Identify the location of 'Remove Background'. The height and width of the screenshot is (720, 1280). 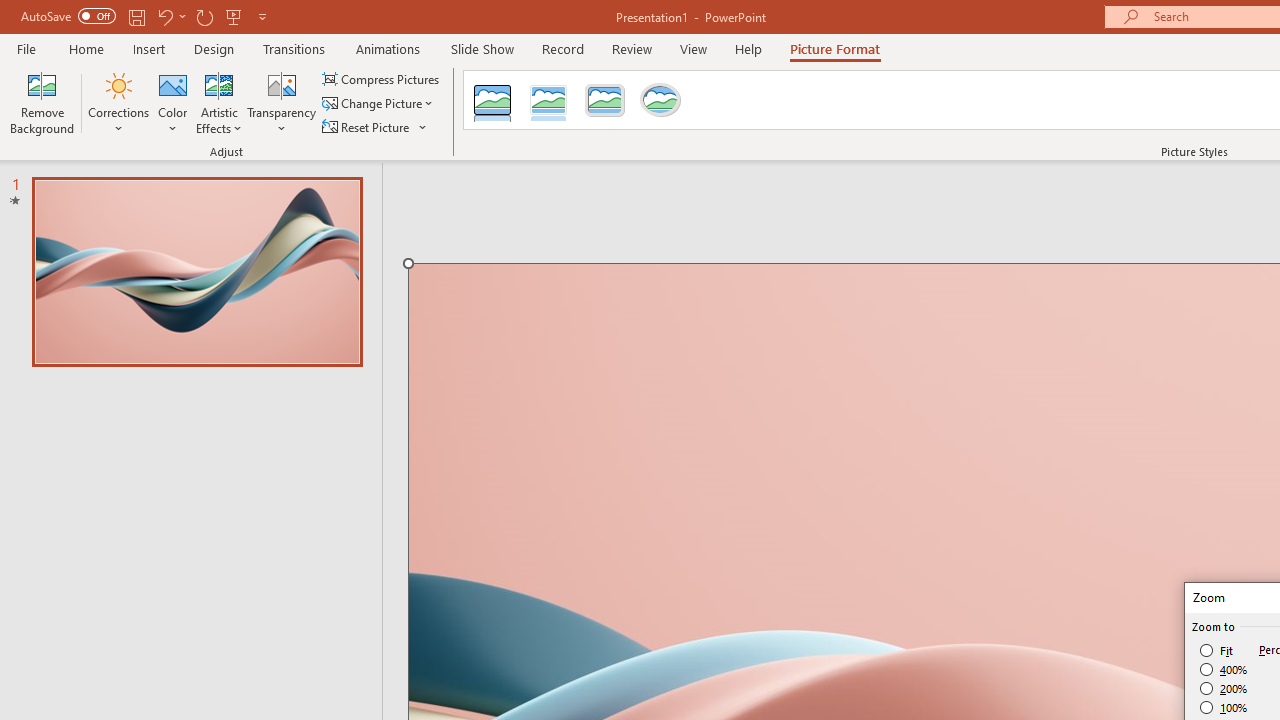
(42, 103).